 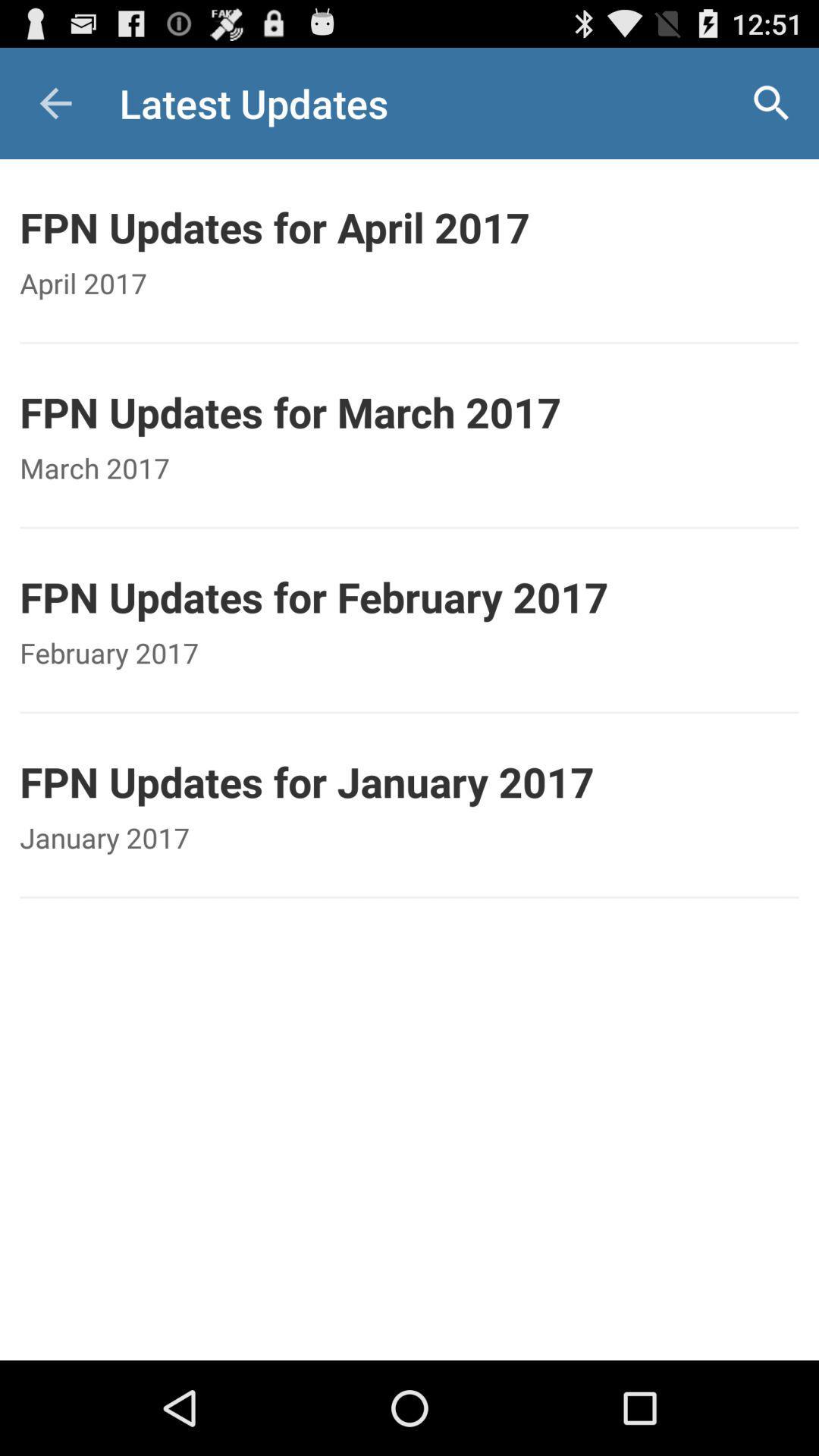 What do you see at coordinates (771, 102) in the screenshot?
I see `the app to the right of the latest updates` at bounding box center [771, 102].